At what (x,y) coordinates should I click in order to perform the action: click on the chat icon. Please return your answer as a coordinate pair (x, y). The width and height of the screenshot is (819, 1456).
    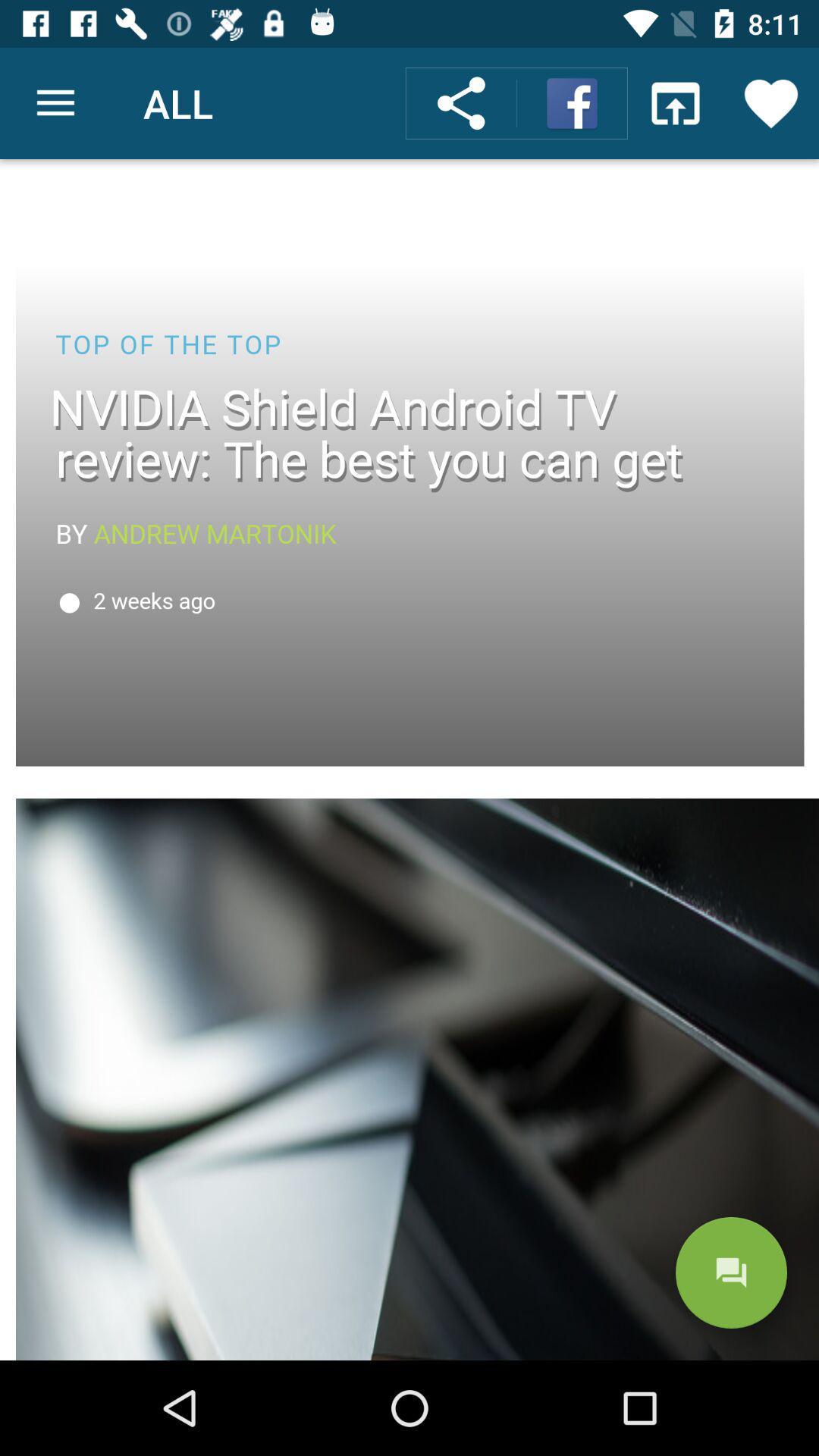
    Looking at the image, I should click on (730, 1272).